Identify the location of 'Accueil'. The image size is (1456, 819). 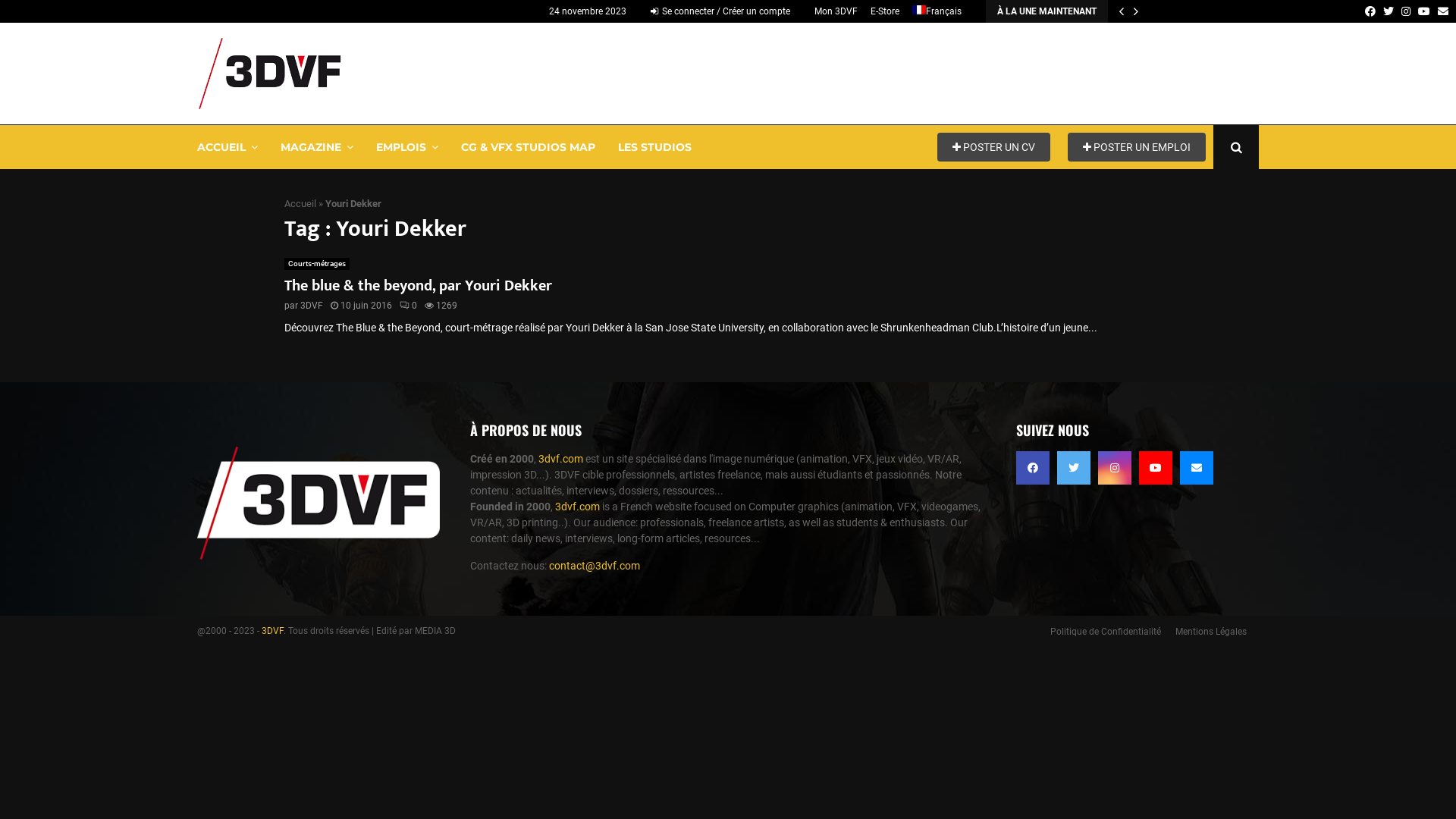
(300, 202).